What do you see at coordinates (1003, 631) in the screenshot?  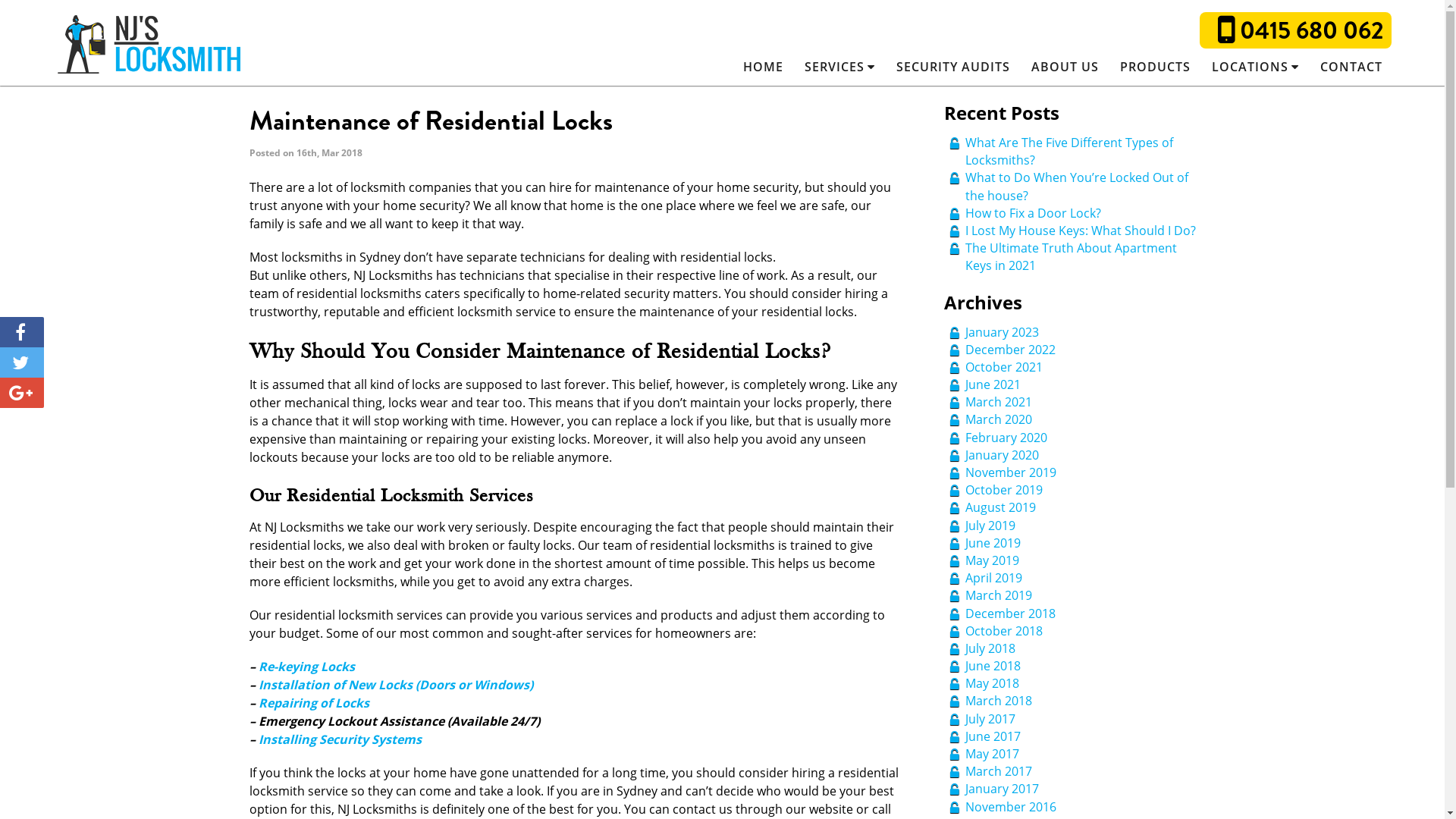 I see `'October 2018'` at bounding box center [1003, 631].